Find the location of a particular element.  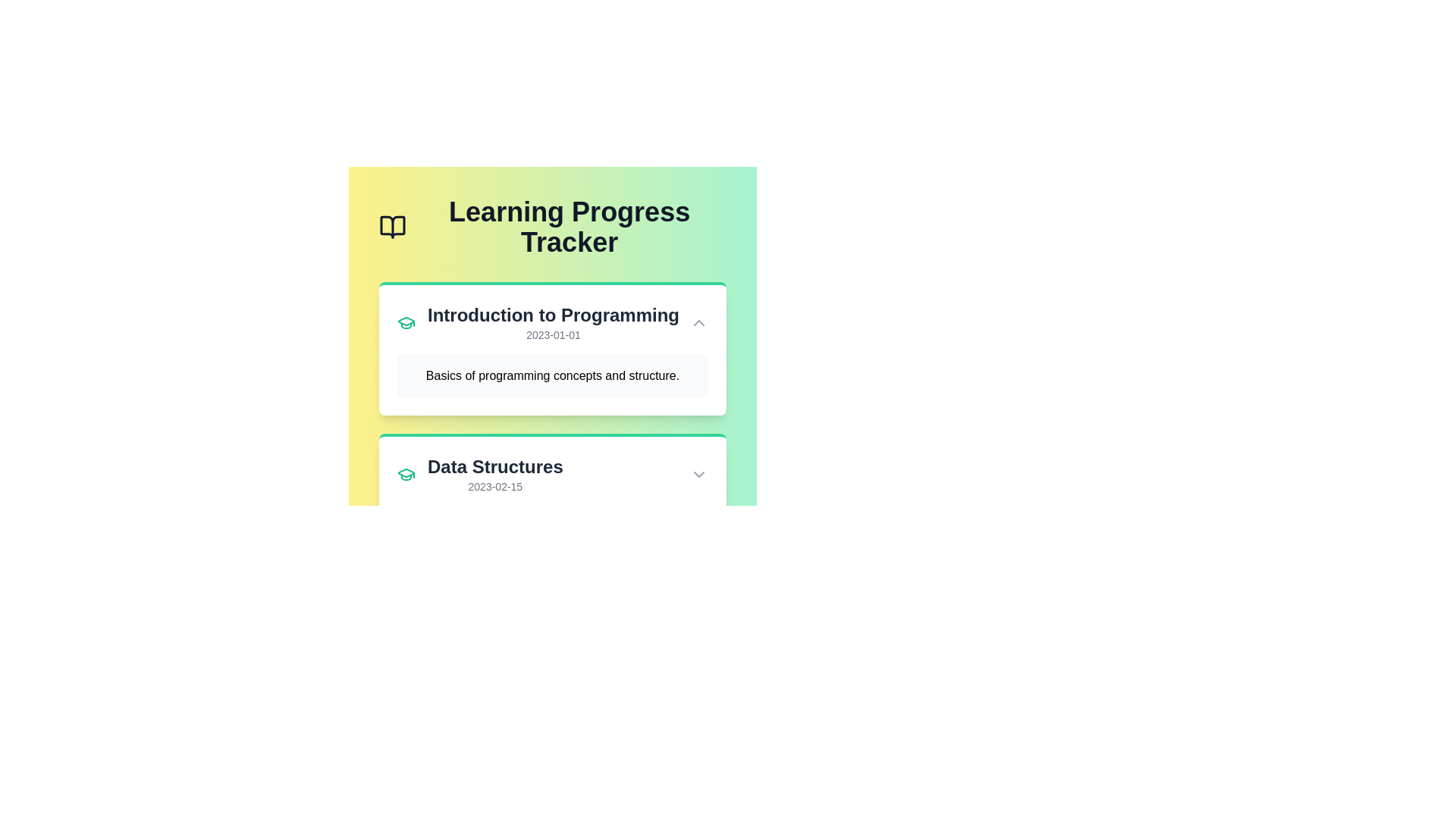

the educational content icon located to the left of the 'Data Structures' label, if it is interactive is located at coordinates (406, 473).